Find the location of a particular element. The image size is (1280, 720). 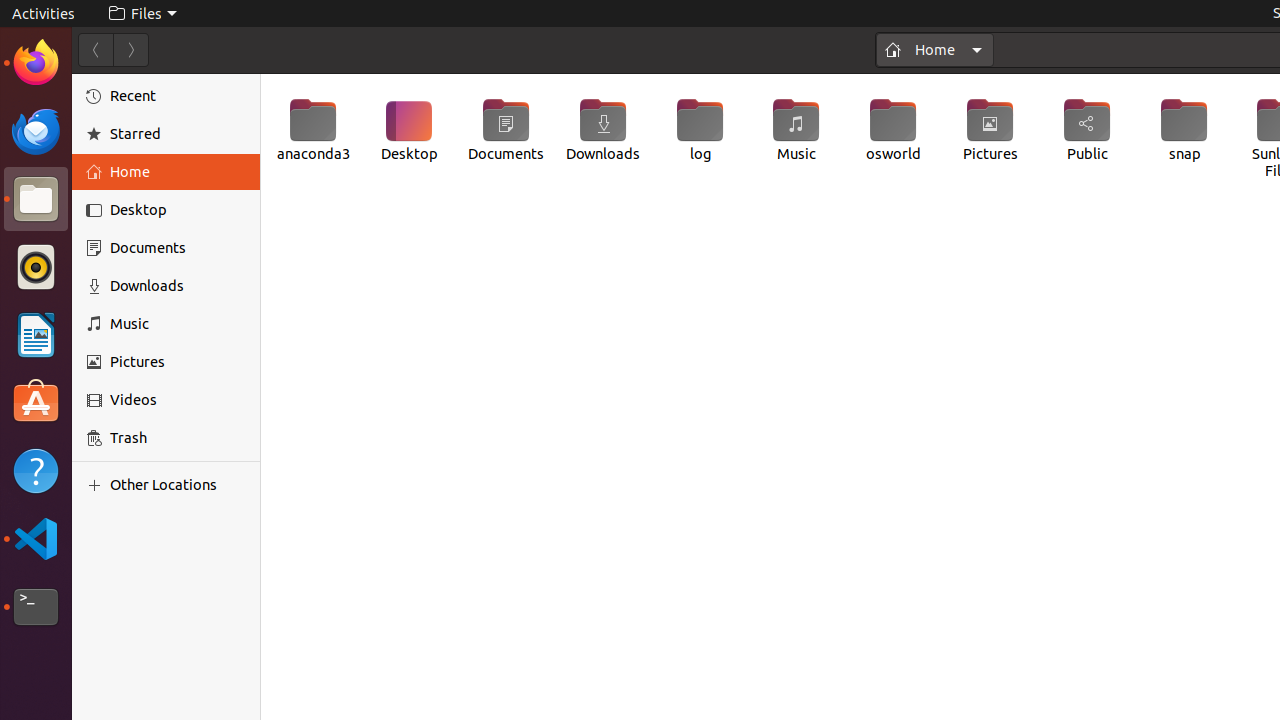

'Starred' is located at coordinates (178, 133).